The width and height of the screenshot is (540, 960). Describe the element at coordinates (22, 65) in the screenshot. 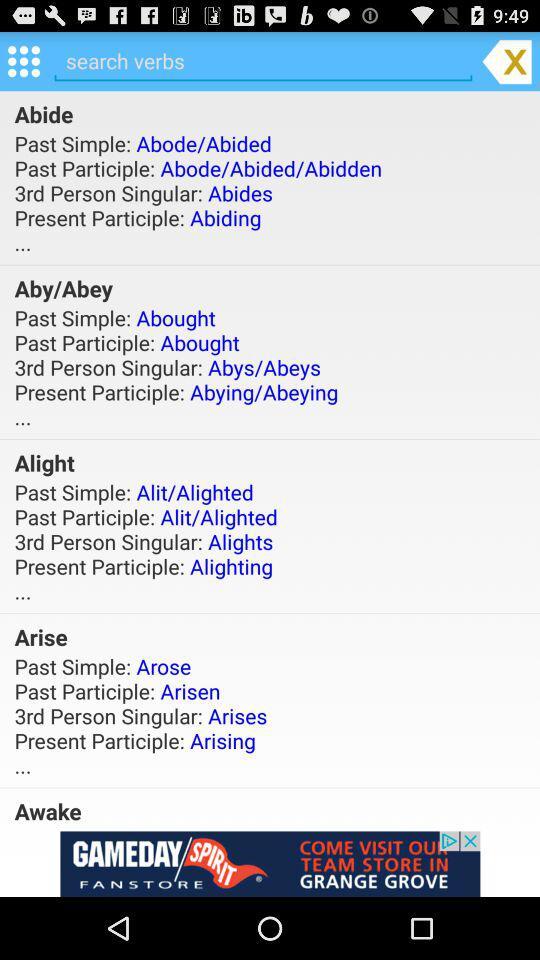

I see `the dialpad icon` at that location.